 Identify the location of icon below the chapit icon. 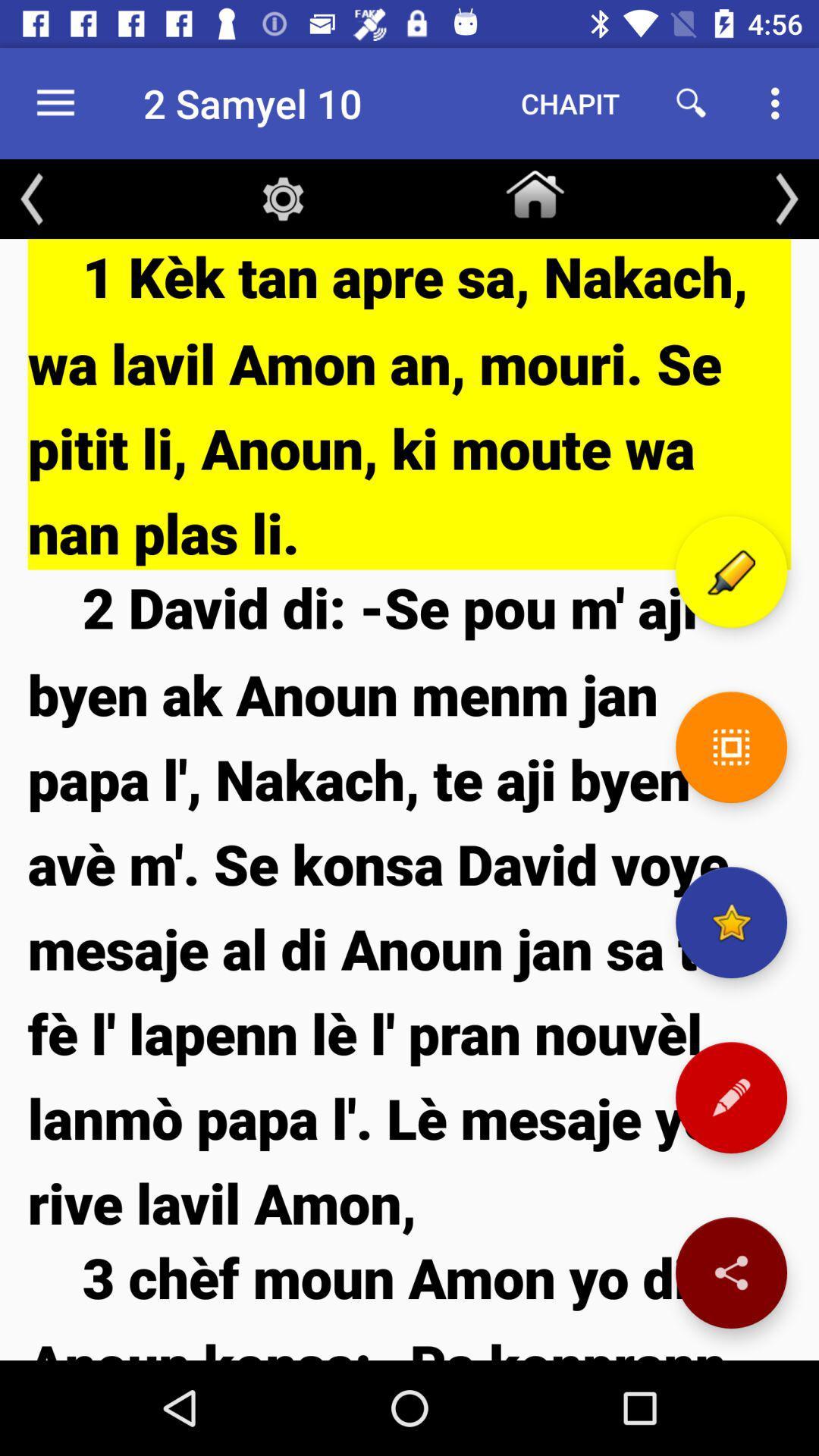
(534, 190).